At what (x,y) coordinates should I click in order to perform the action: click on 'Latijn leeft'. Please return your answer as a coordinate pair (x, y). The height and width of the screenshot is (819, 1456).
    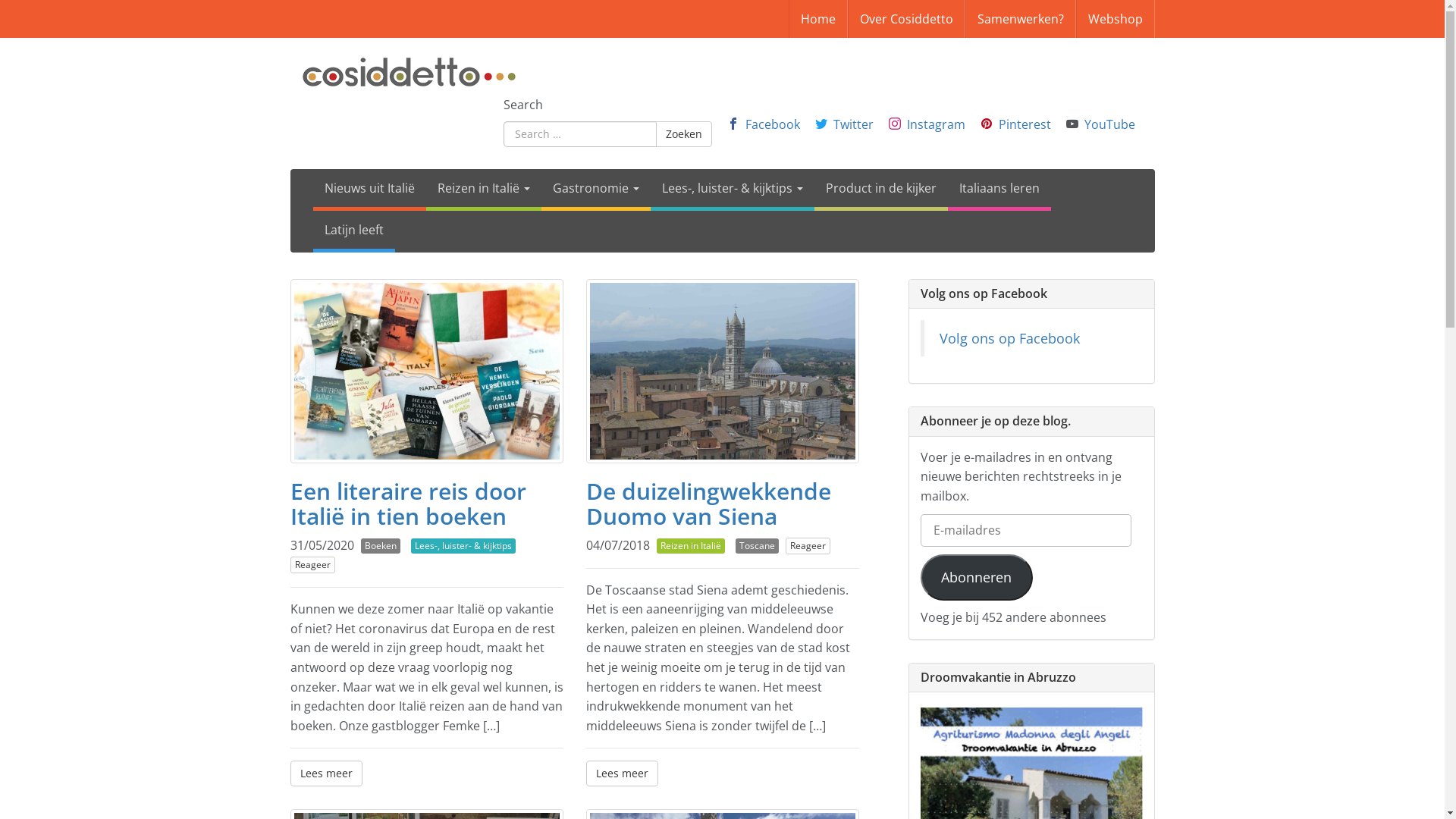
    Looking at the image, I should click on (352, 231).